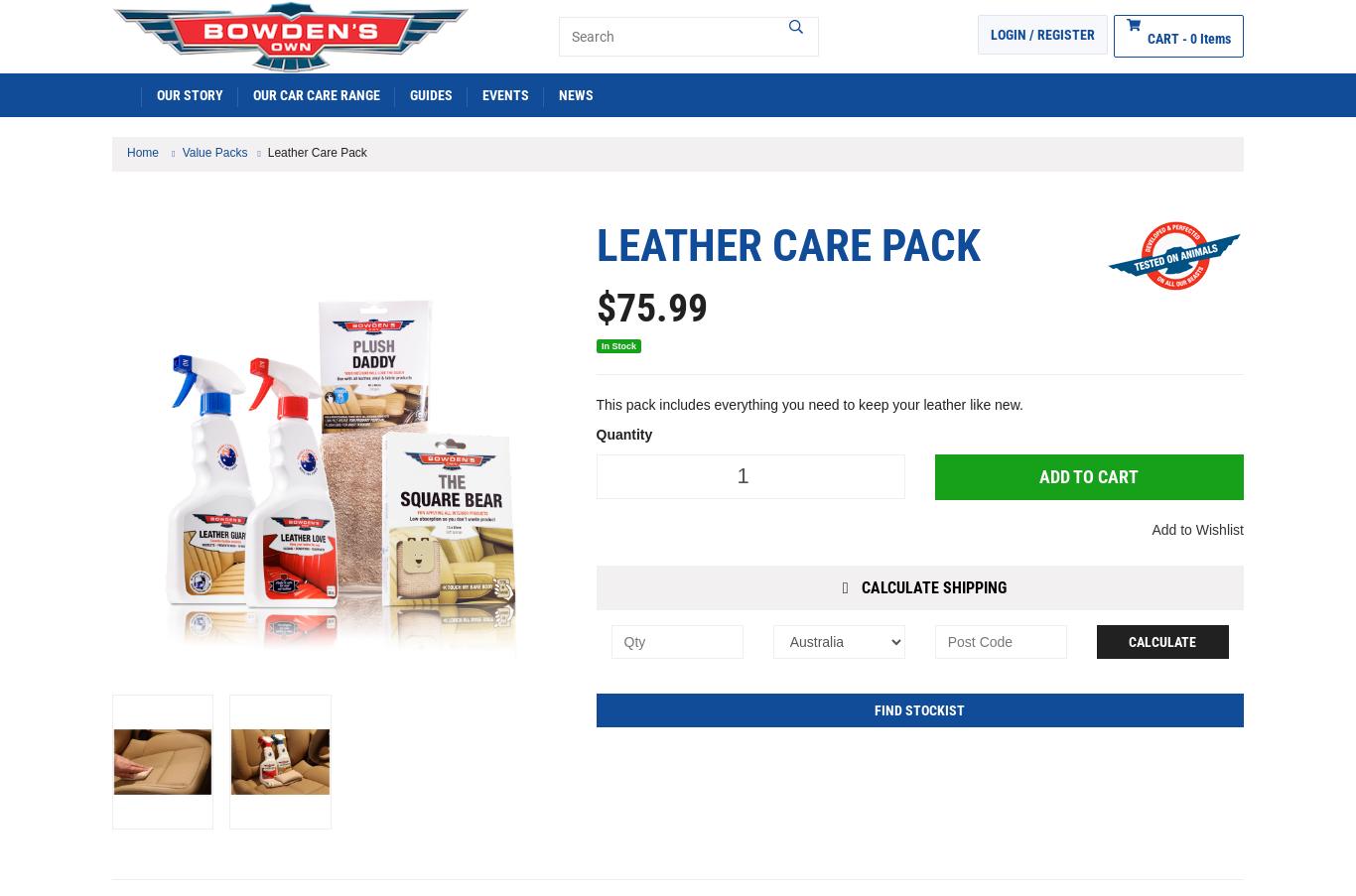 This screenshot has height=896, width=1356. What do you see at coordinates (316, 93) in the screenshot?
I see `'OUR CAR CARE RANGE'` at bounding box center [316, 93].